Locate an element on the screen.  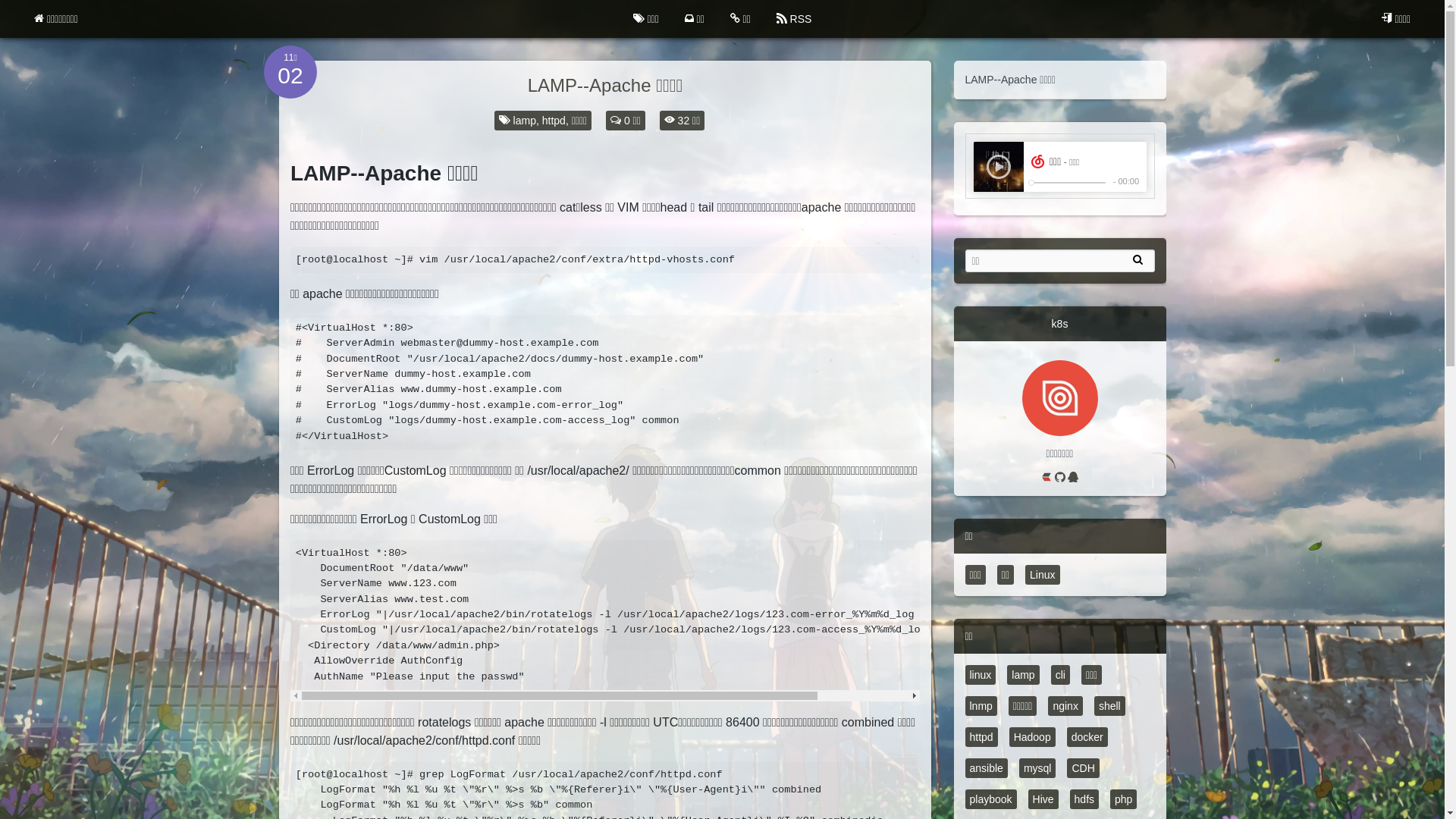
'httpd' is located at coordinates (552, 119).